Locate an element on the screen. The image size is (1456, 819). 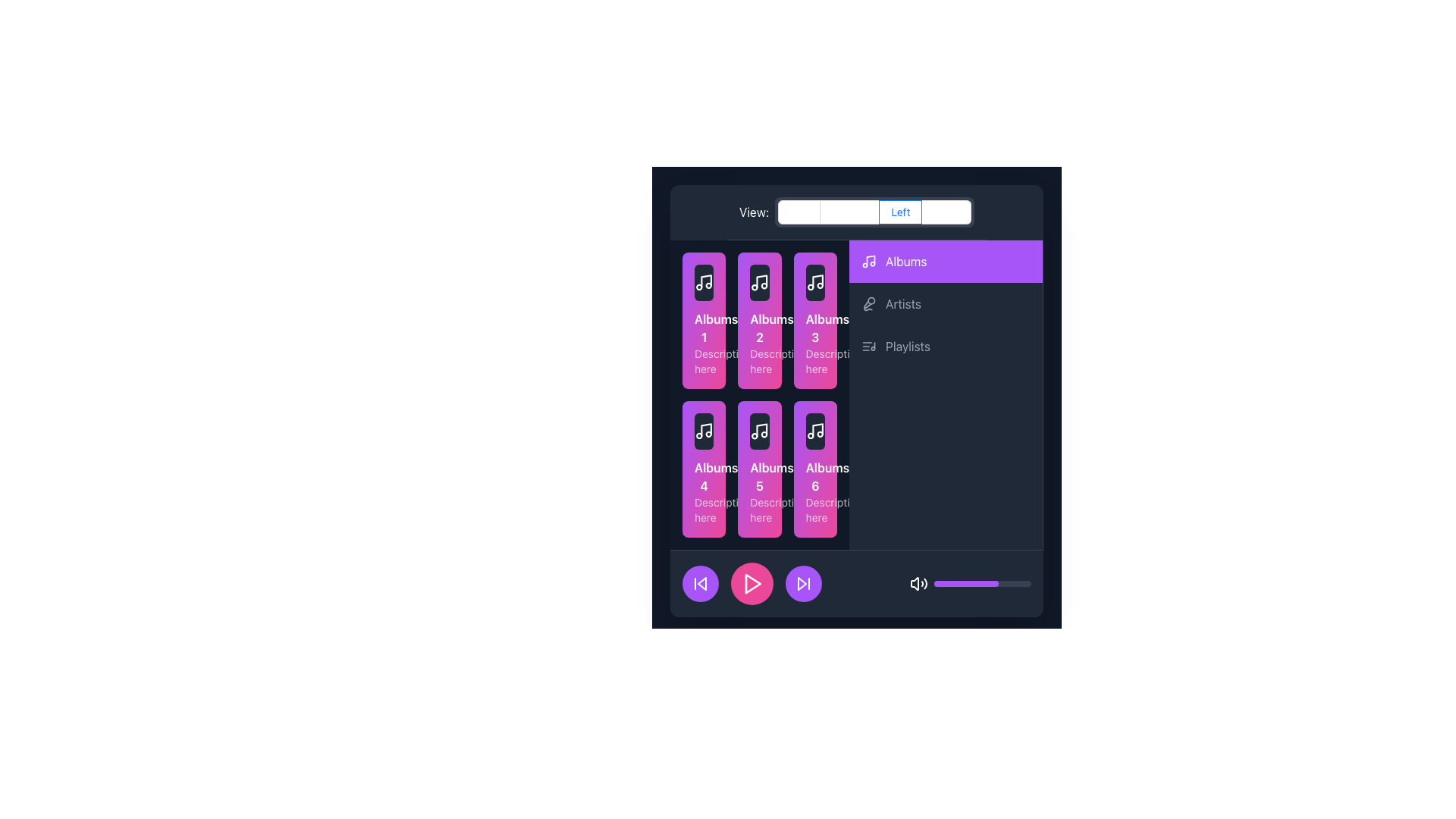
the skip backward button located is located at coordinates (700, 583).